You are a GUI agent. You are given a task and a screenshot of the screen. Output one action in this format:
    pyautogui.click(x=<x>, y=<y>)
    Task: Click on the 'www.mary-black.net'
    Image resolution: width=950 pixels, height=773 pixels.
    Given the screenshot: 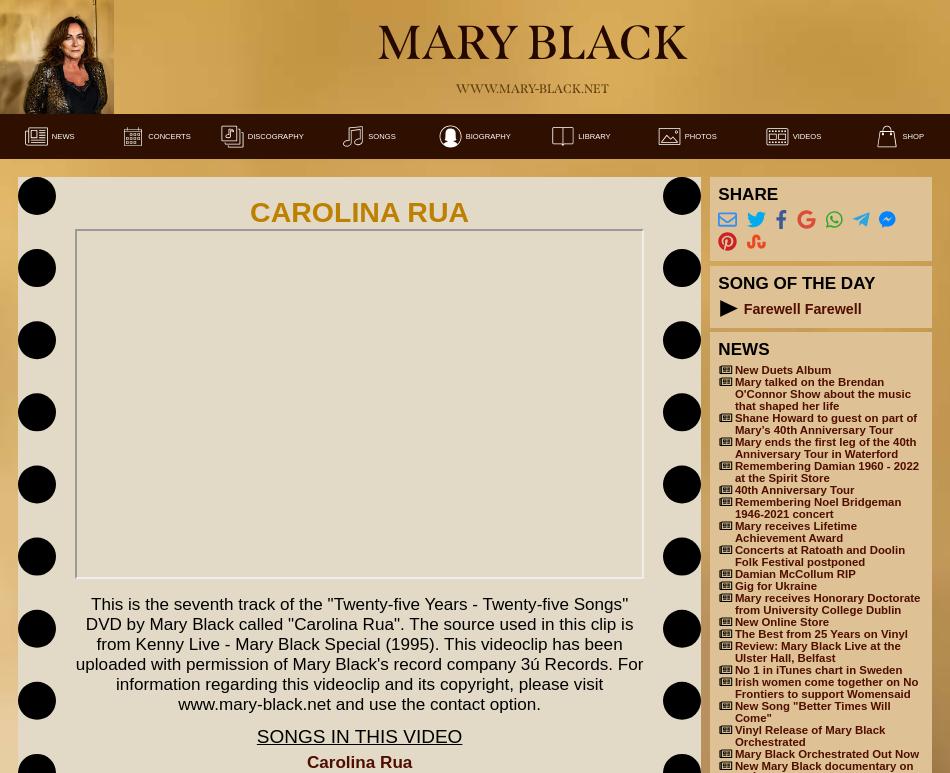 What is the action you would take?
    pyautogui.click(x=531, y=87)
    